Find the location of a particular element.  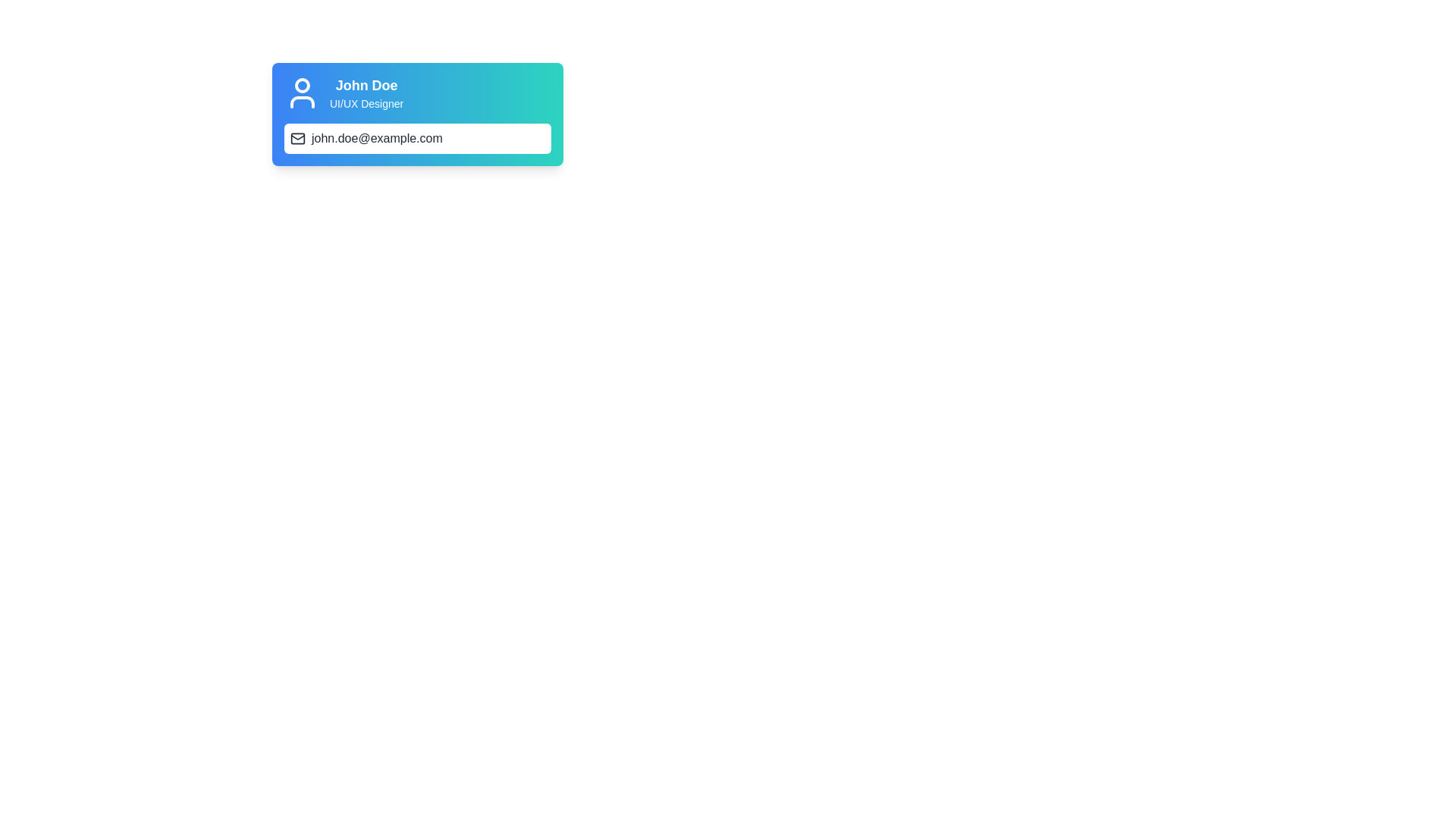

the email icon located directly to the left of the email text 'john.doe@example.com' in the card design is located at coordinates (298, 138).